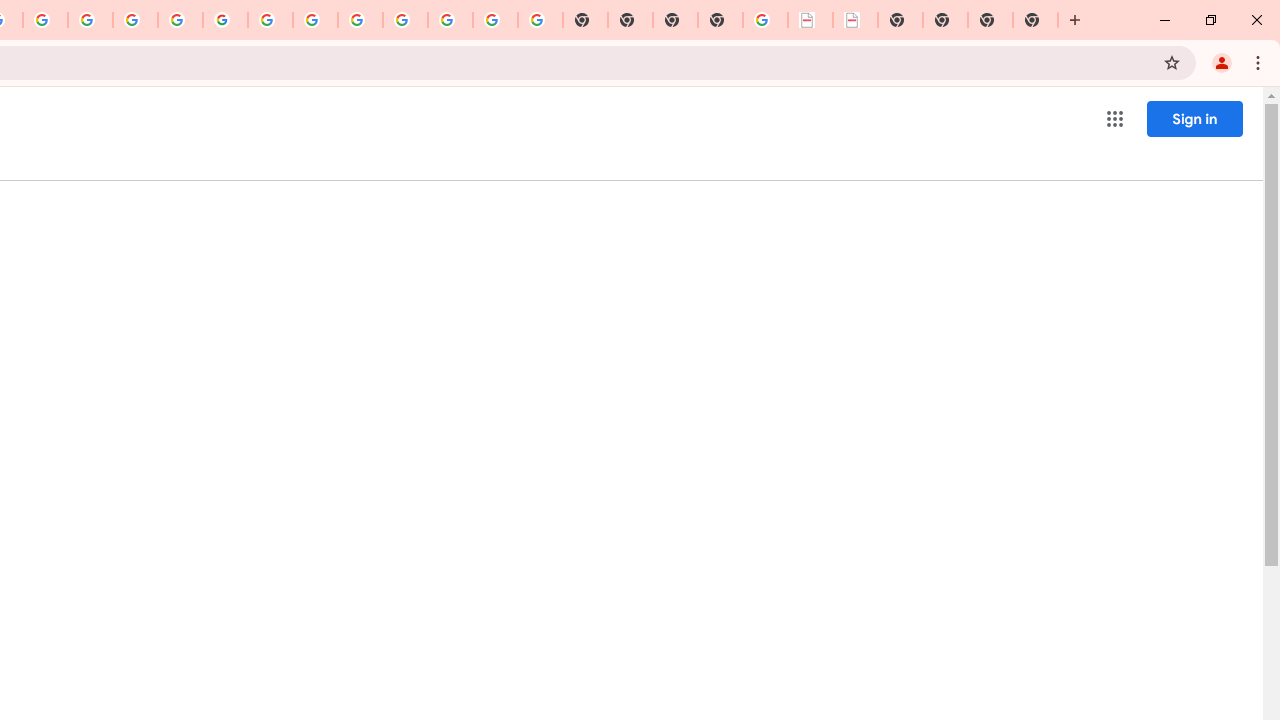 The height and width of the screenshot is (720, 1280). What do you see at coordinates (1259, 61) in the screenshot?
I see `'Chrome'` at bounding box center [1259, 61].